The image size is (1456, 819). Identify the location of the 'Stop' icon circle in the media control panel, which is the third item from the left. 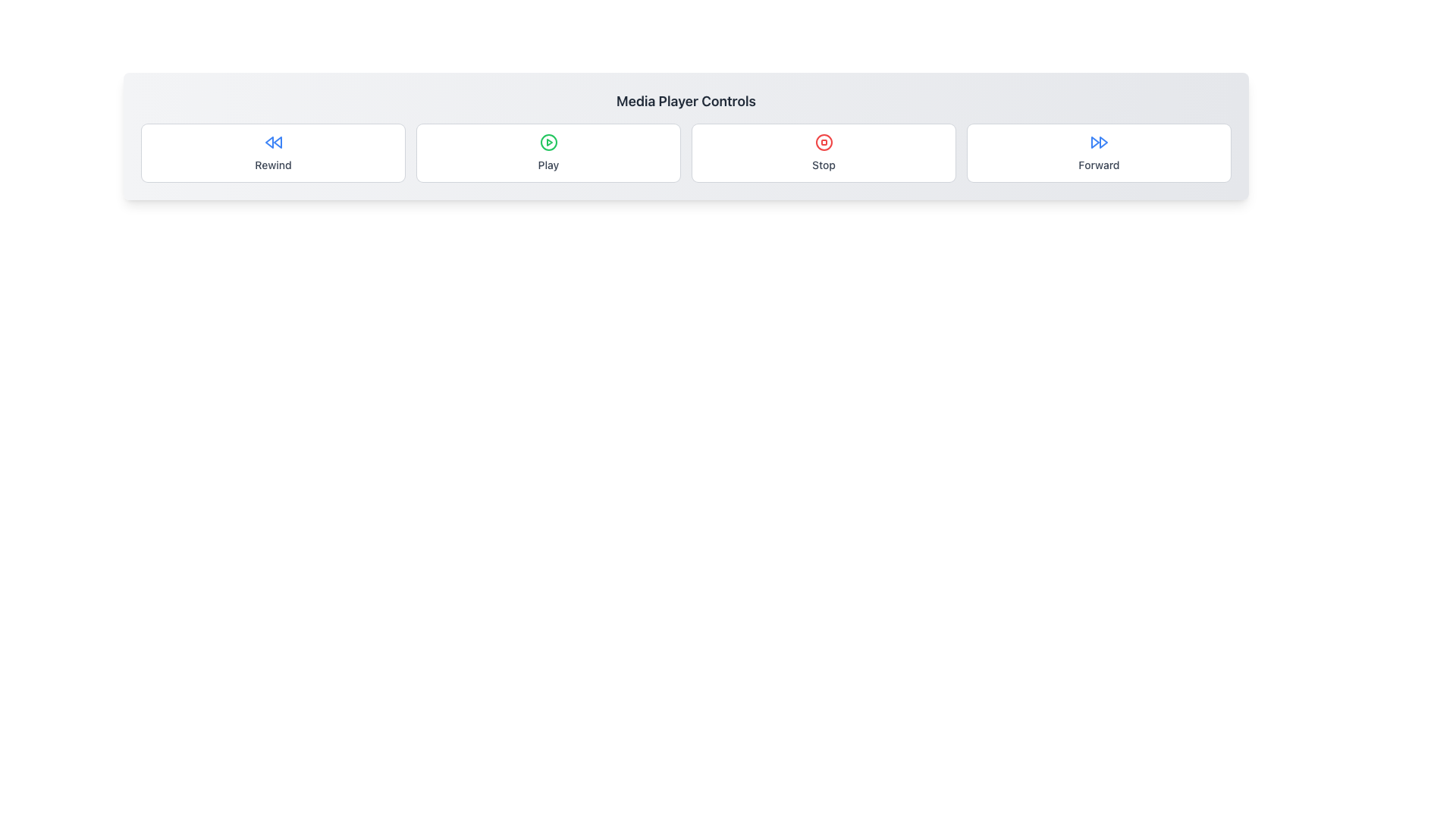
(823, 143).